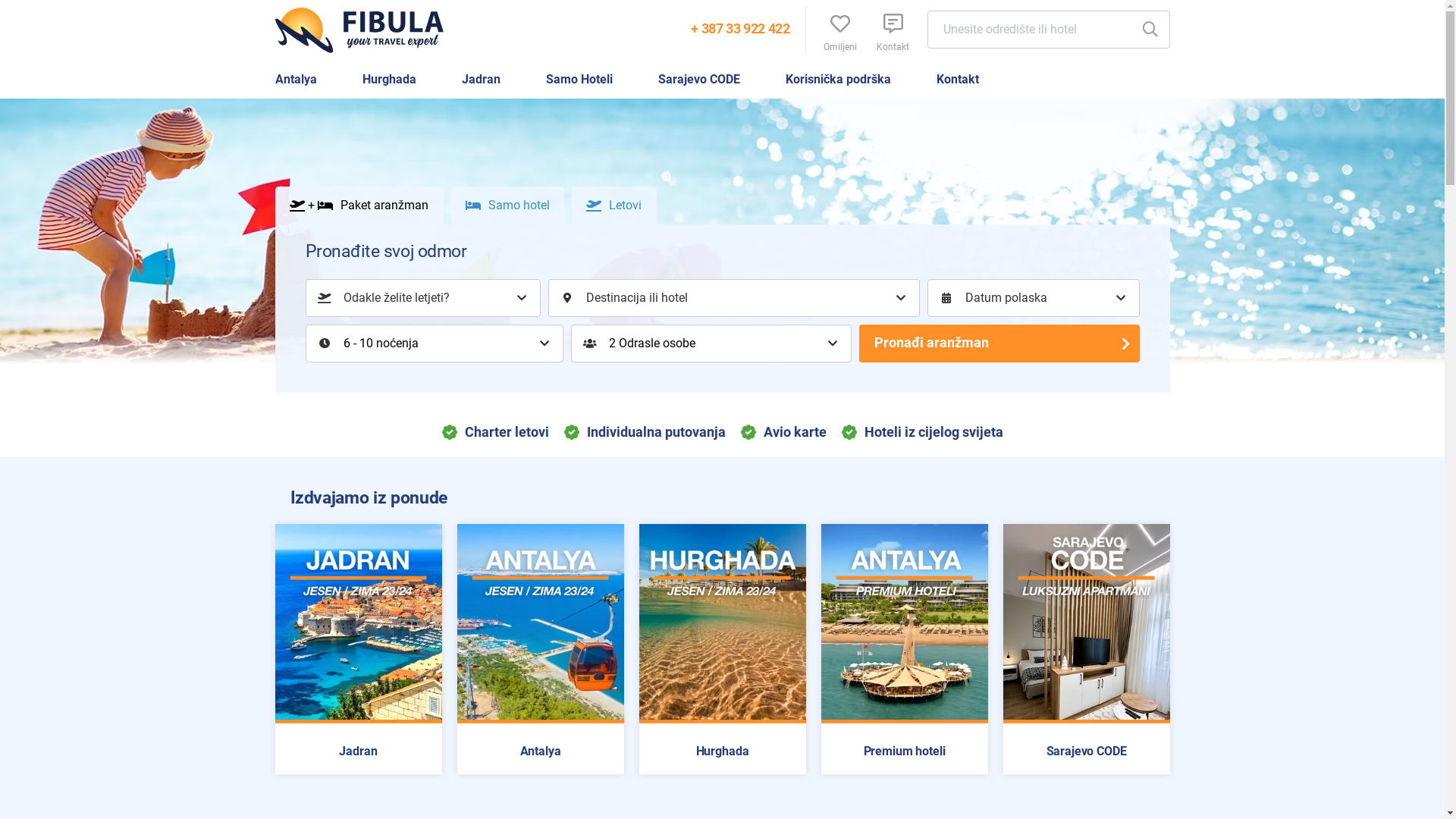 The width and height of the screenshot is (1456, 819). Describe the element at coordinates (389, 79) in the screenshot. I see `'Hurghada'` at that location.